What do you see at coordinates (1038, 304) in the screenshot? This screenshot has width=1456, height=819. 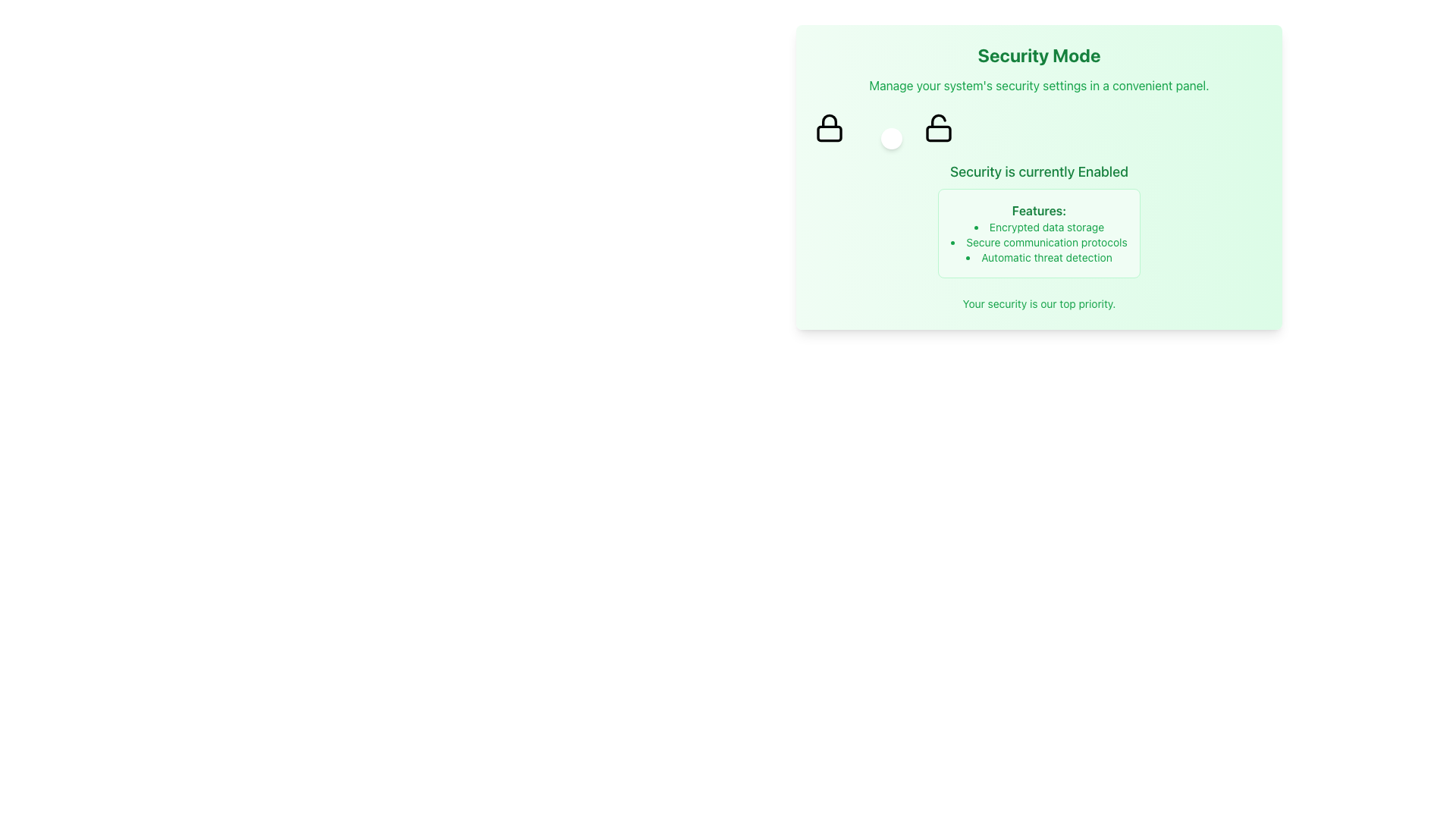 I see `the static informational text displaying 'Your security is our top priority.' which is styled in small green font and positioned at the bottom of the light green information panel` at bounding box center [1038, 304].